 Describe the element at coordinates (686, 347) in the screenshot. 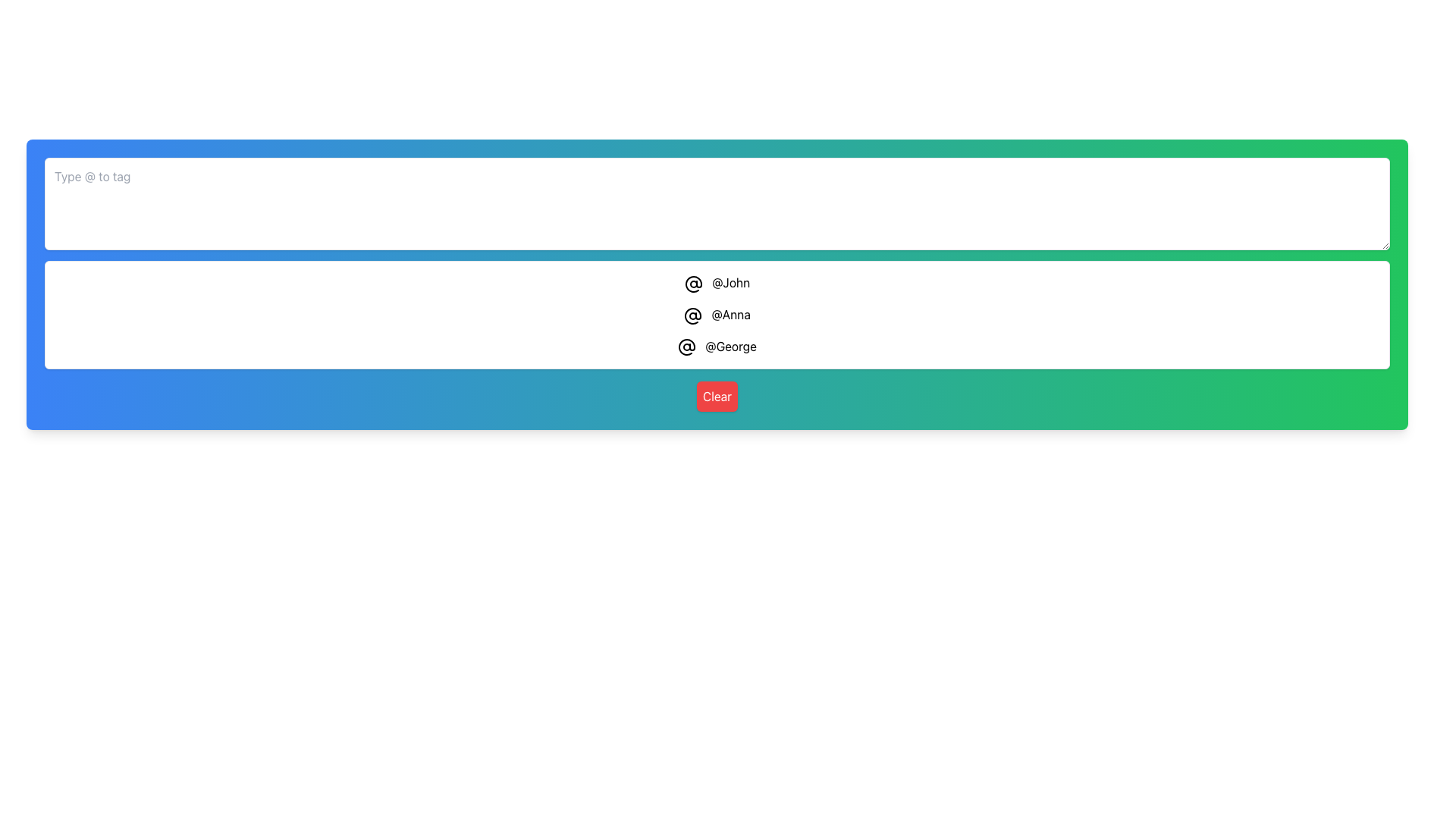

I see `the '@' icon within the suggestion drop-down that is styled with a circular enclosure and is the first icon to the left of the '@George' label` at that location.